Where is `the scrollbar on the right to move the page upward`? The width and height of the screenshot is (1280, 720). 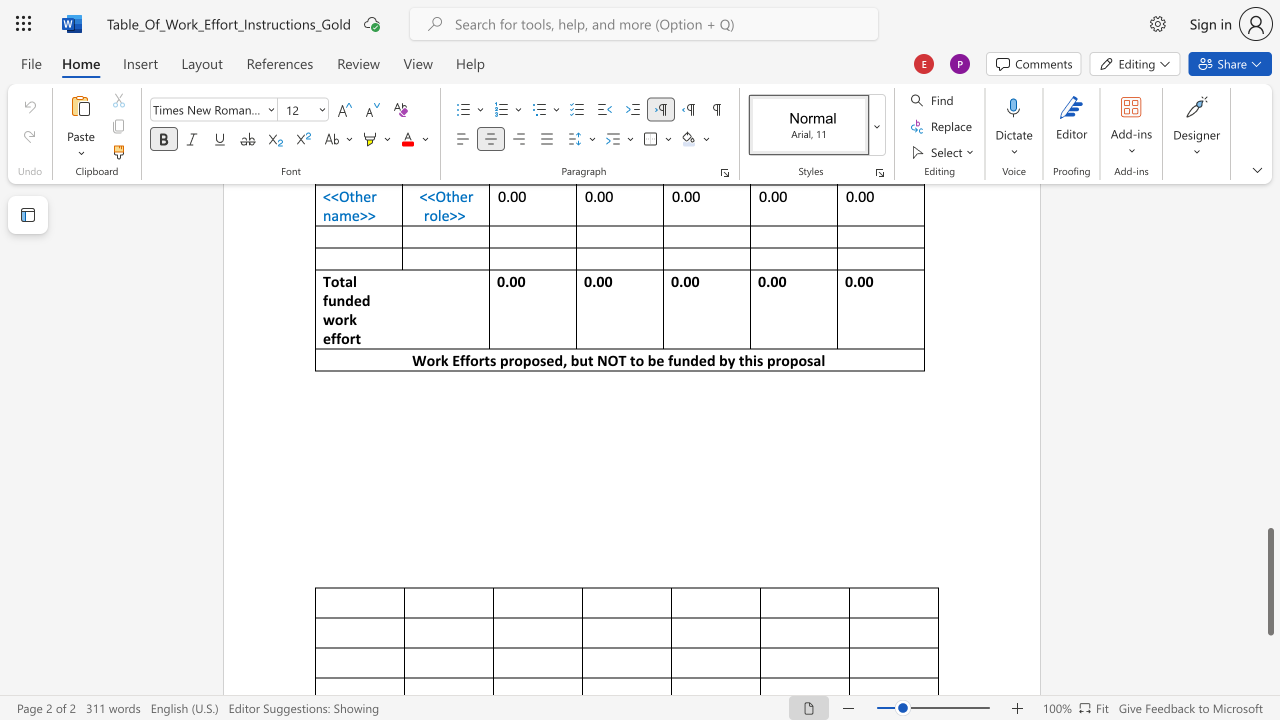
the scrollbar on the right to move the page upward is located at coordinates (1269, 438).